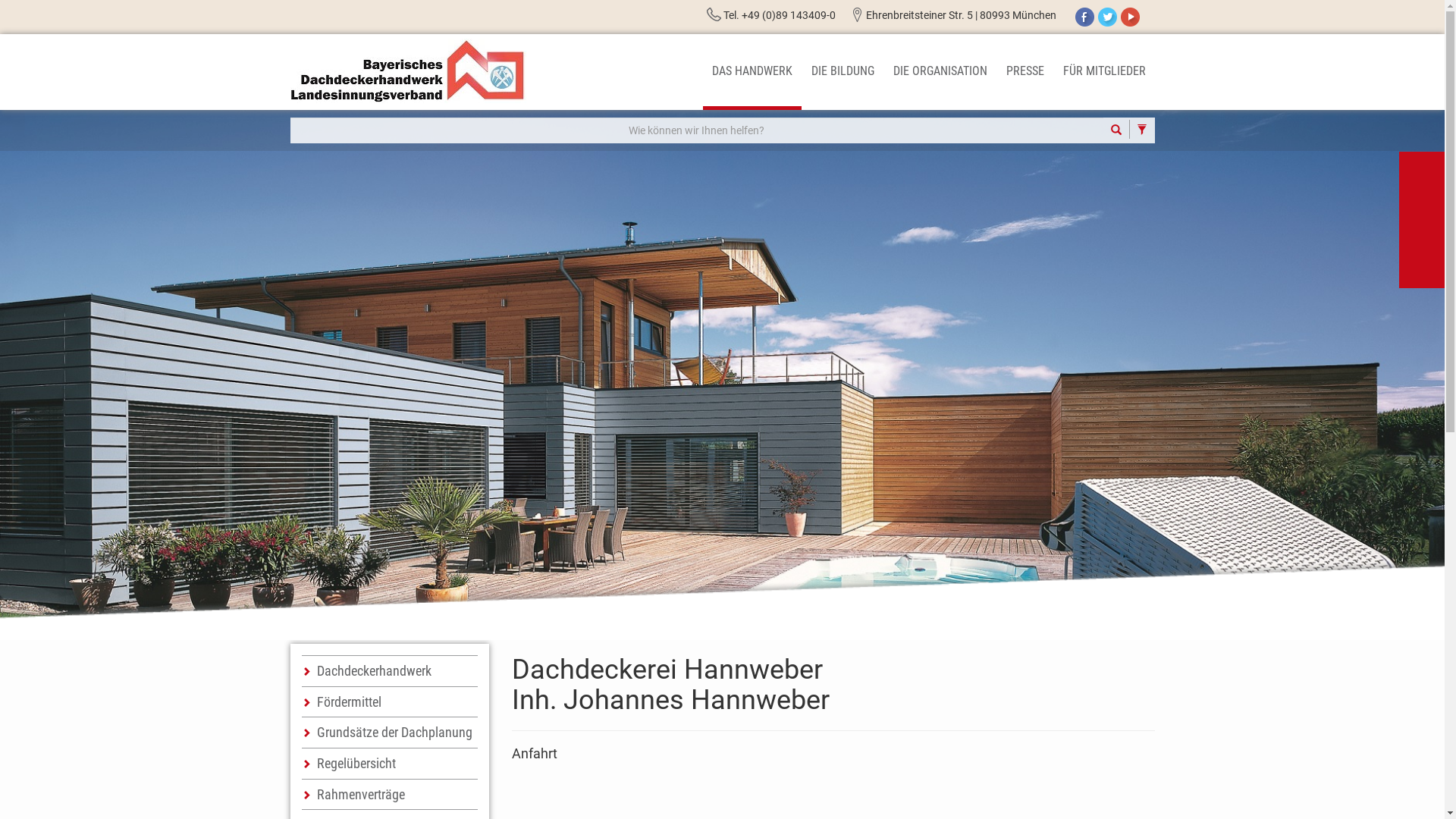  Describe the element at coordinates (1130, 17) in the screenshot. I see `'Youtube'` at that location.